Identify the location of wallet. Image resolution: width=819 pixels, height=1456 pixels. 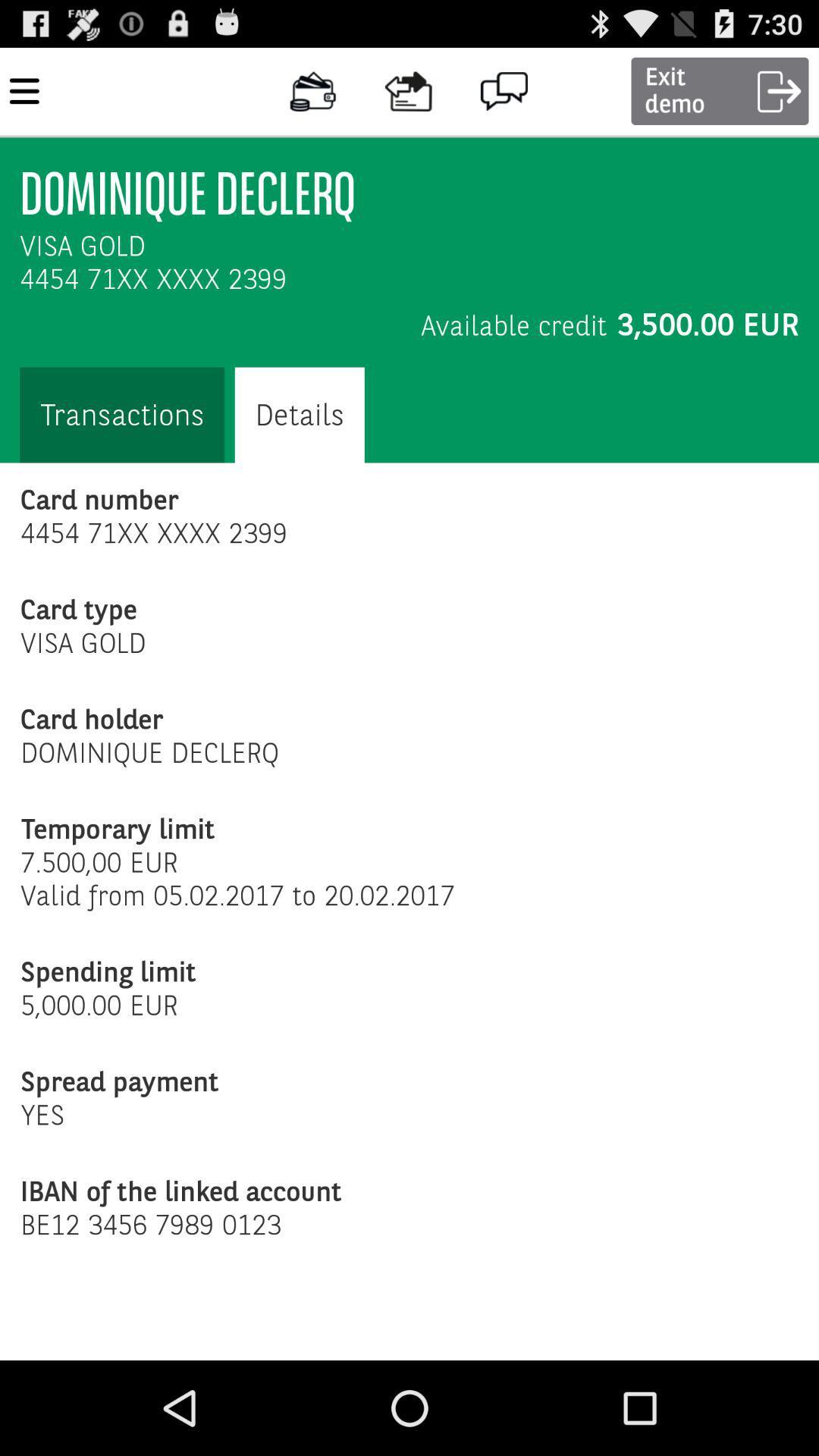
(312, 90).